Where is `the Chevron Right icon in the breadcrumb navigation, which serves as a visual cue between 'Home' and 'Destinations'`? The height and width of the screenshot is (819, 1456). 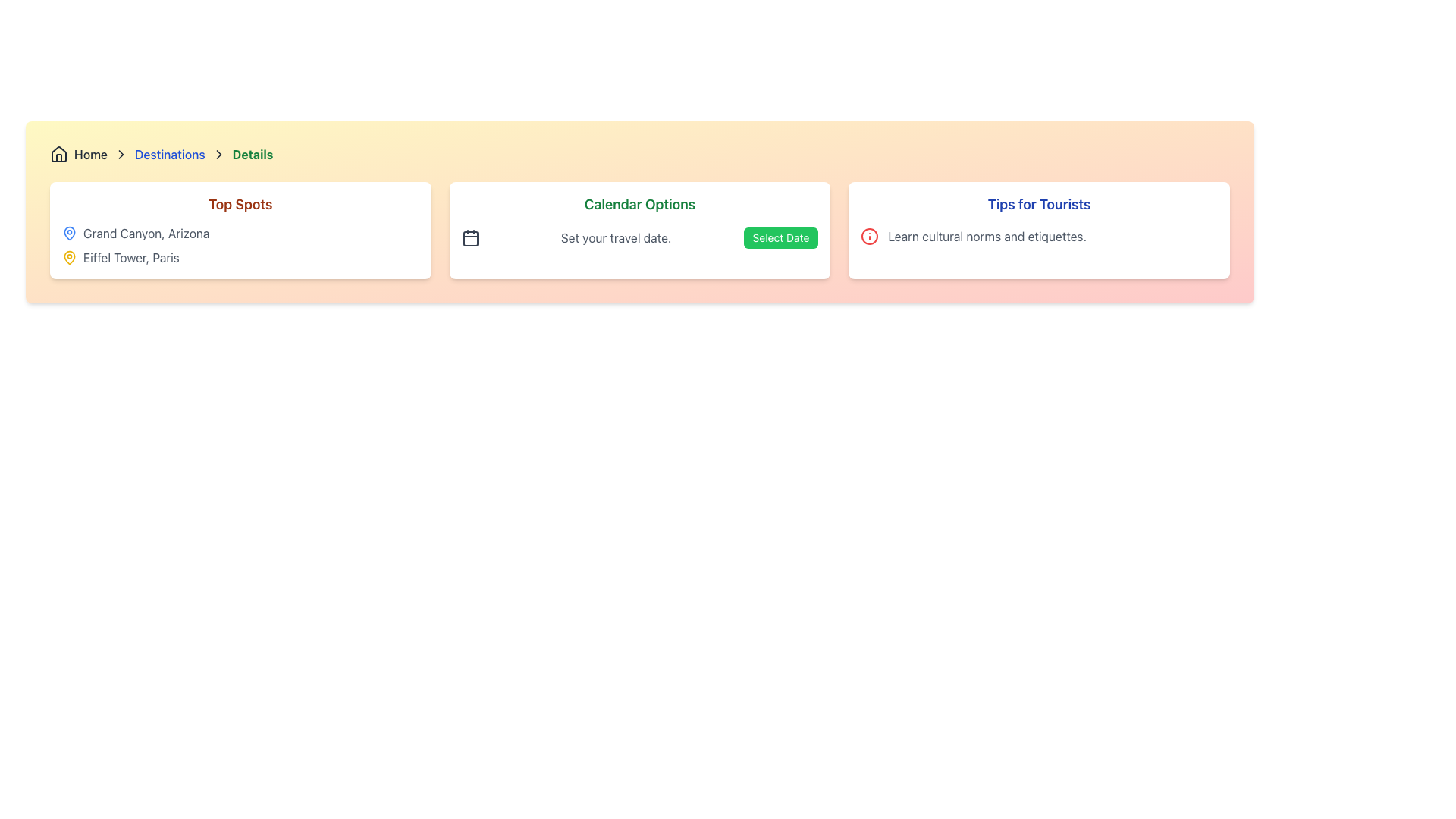
the Chevron Right icon in the breadcrumb navigation, which serves as a visual cue between 'Home' and 'Destinations' is located at coordinates (120, 155).